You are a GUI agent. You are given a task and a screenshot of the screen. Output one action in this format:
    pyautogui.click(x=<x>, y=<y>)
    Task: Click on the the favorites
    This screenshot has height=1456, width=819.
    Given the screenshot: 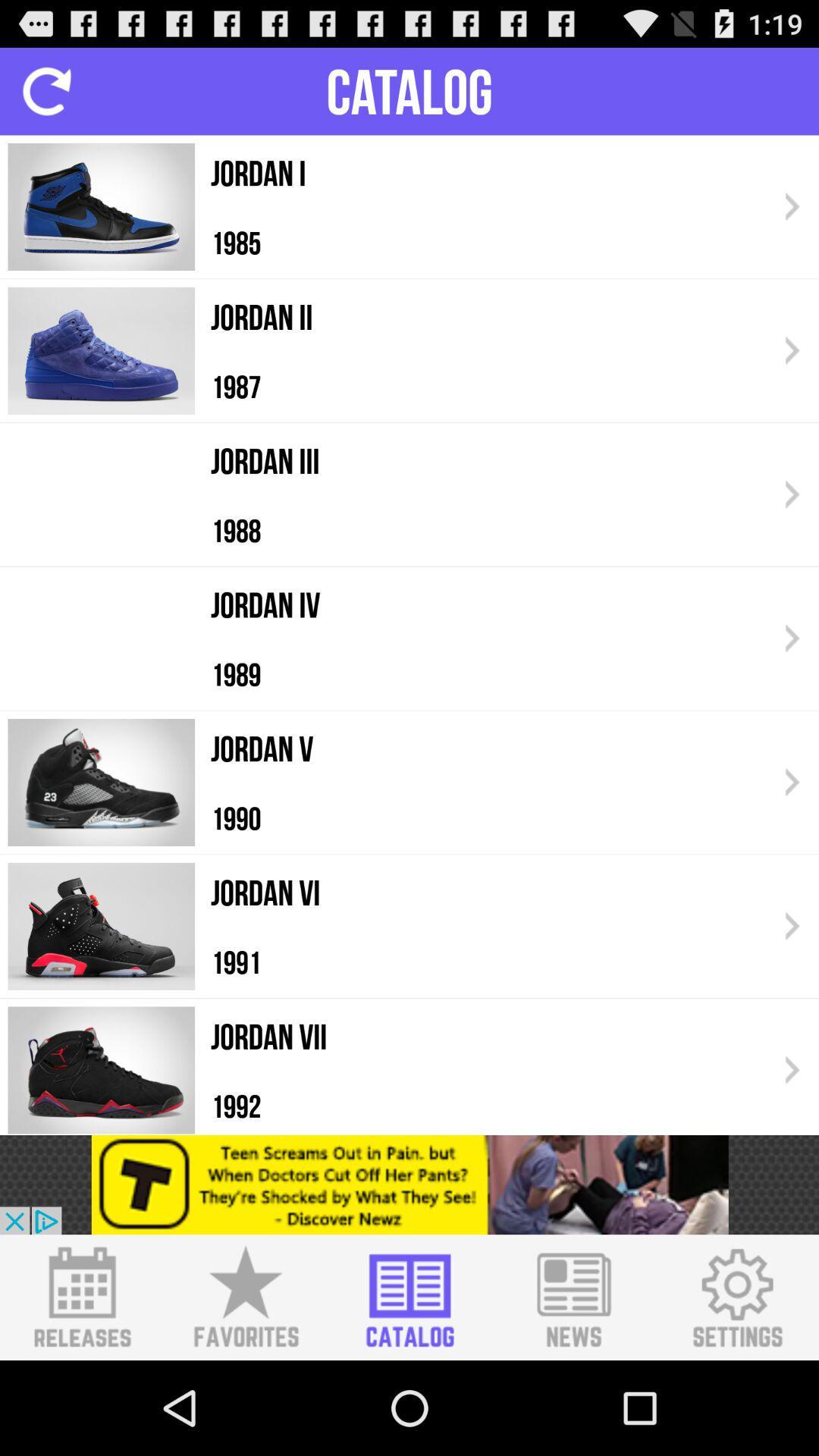 What is the action you would take?
    pyautogui.click(x=245, y=1297)
    